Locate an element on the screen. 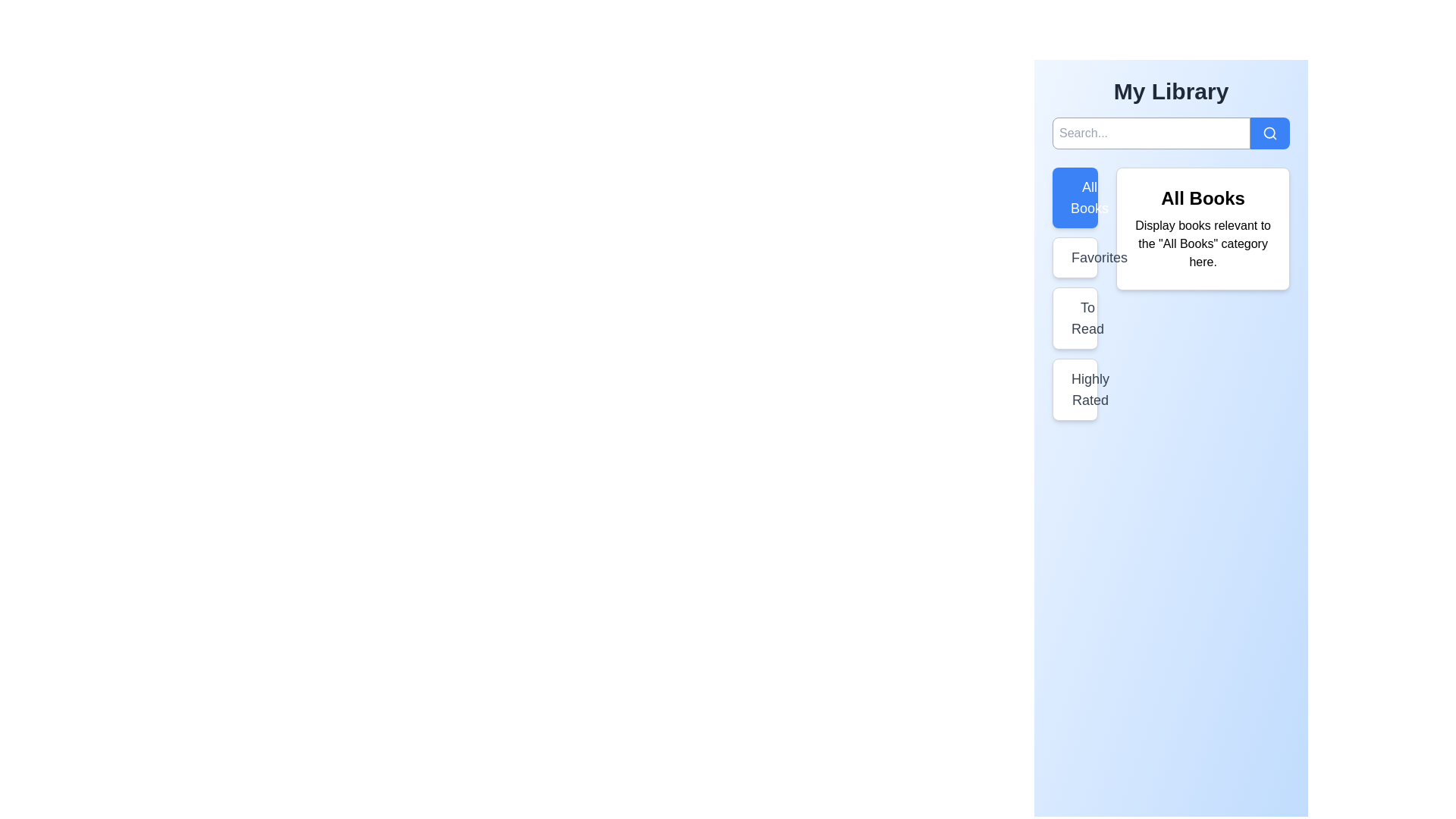  the 'To Read' button located is located at coordinates (1074, 294).